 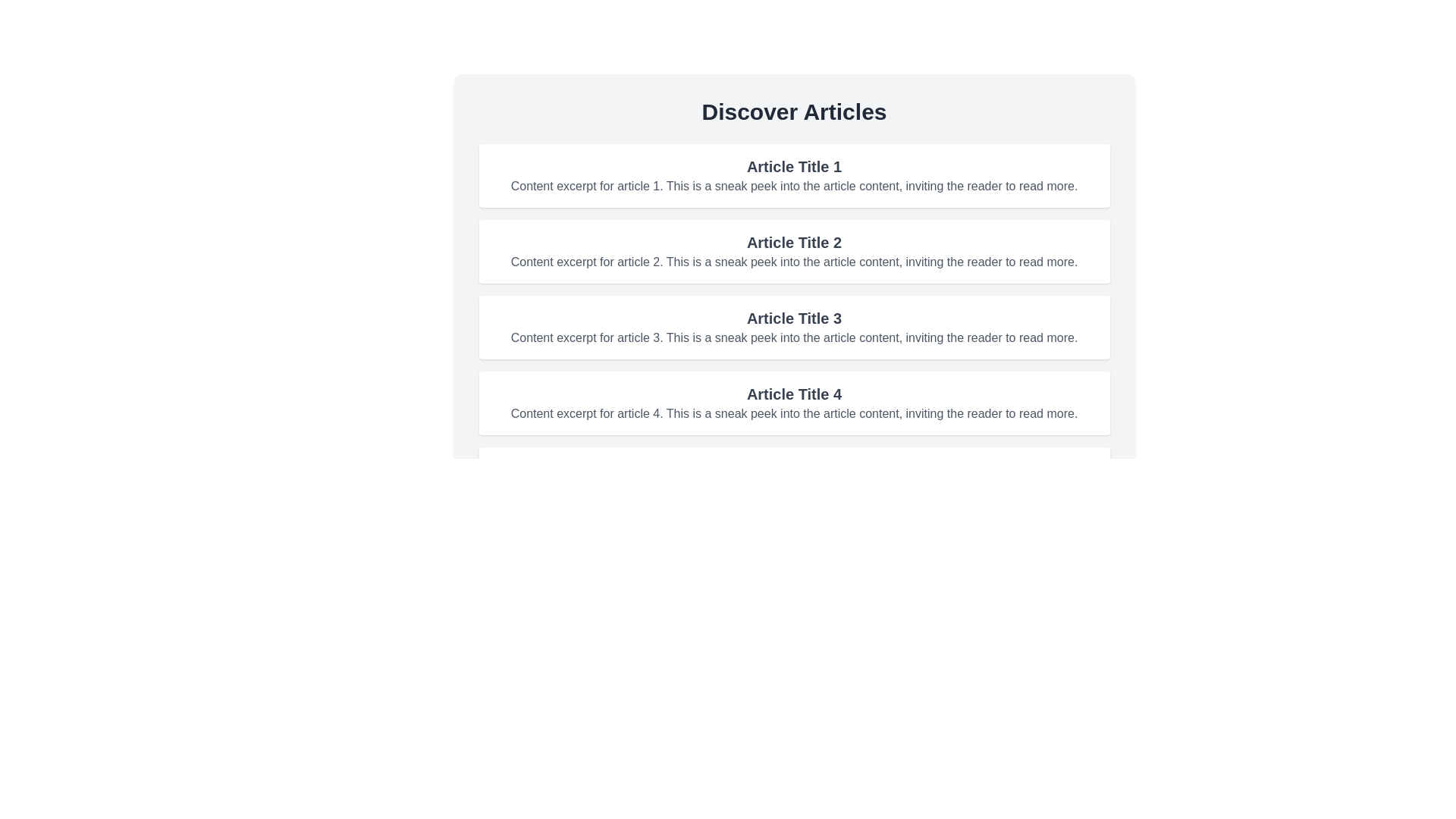 I want to click on textual summary located directly beneath the title 'Article Title 1' in the card layout, so click(x=793, y=186).